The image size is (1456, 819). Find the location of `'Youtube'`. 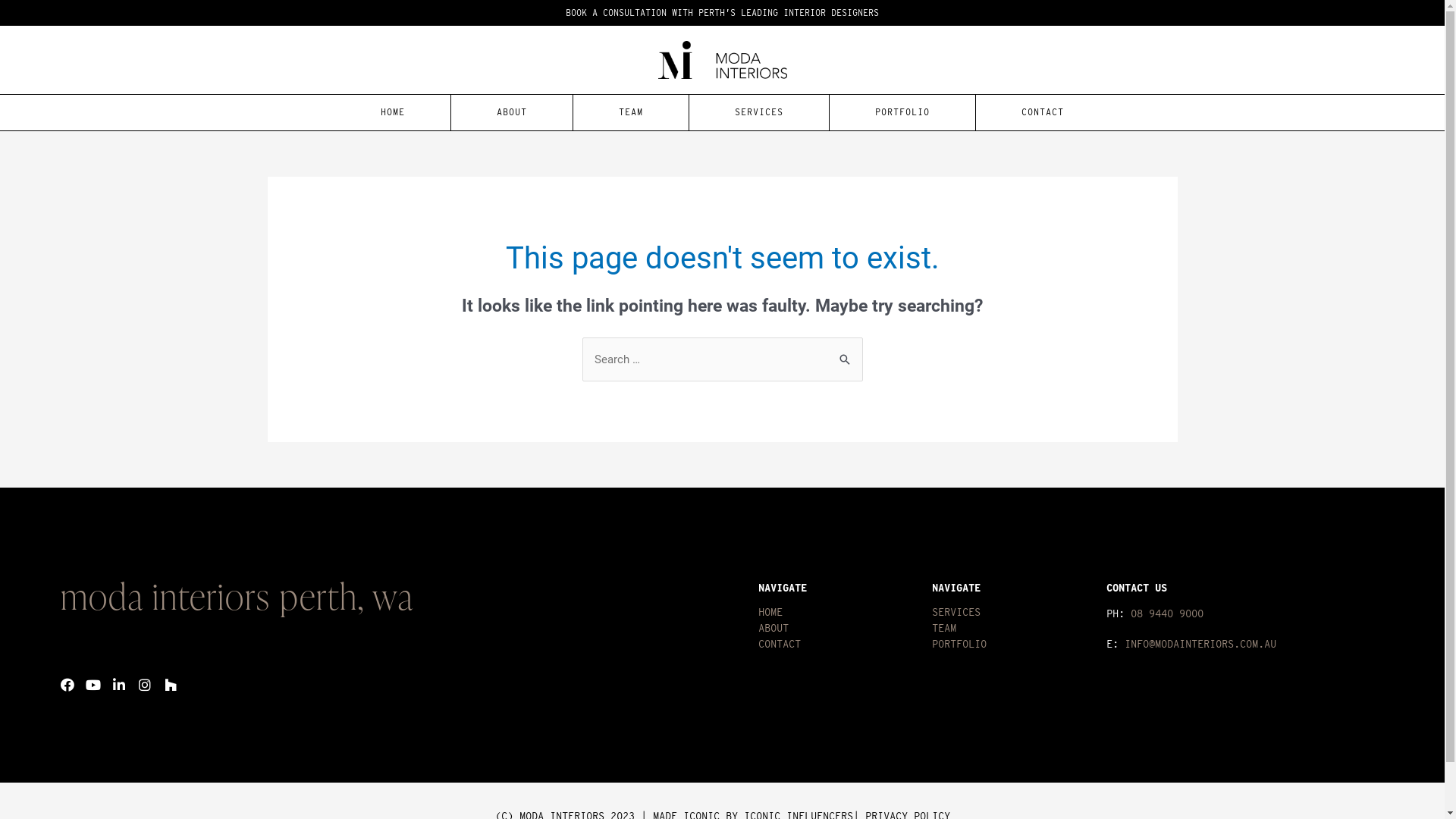

'Youtube' is located at coordinates (86, 684).